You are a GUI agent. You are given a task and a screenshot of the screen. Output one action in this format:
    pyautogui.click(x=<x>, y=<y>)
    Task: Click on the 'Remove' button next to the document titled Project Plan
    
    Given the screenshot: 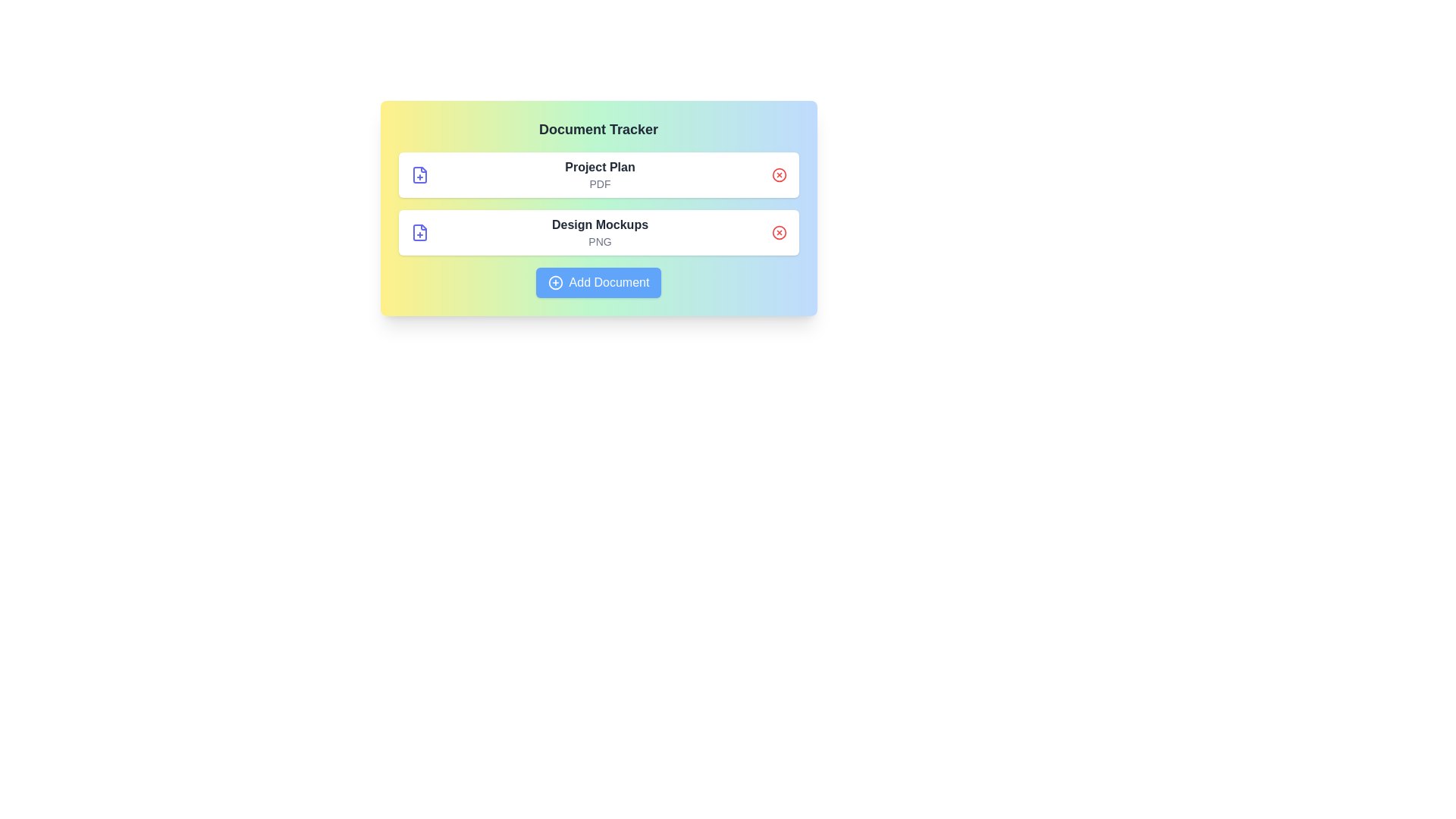 What is the action you would take?
    pyautogui.click(x=779, y=174)
    